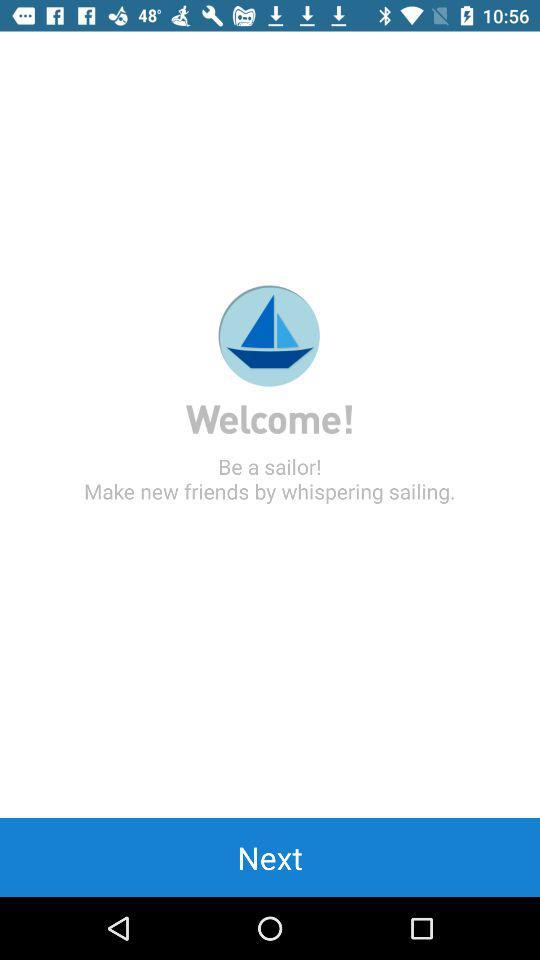 The width and height of the screenshot is (540, 960). What do you see at coordinates (270, 856) in the screenshot?
I see `the next` at bounding box center [270, 856].